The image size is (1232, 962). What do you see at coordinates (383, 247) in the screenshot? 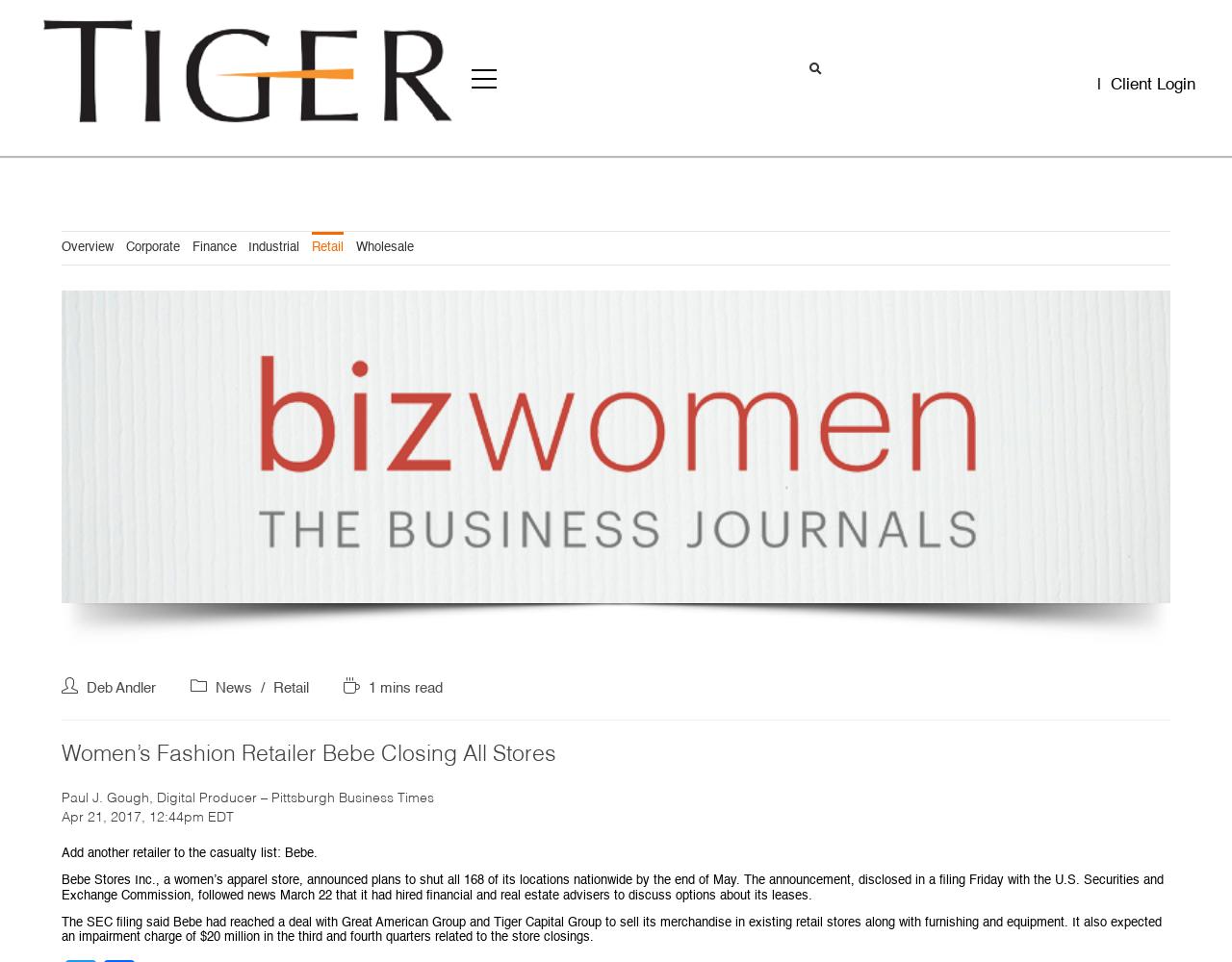
I see `'Wholesale'` at bounding box center [383, 247].